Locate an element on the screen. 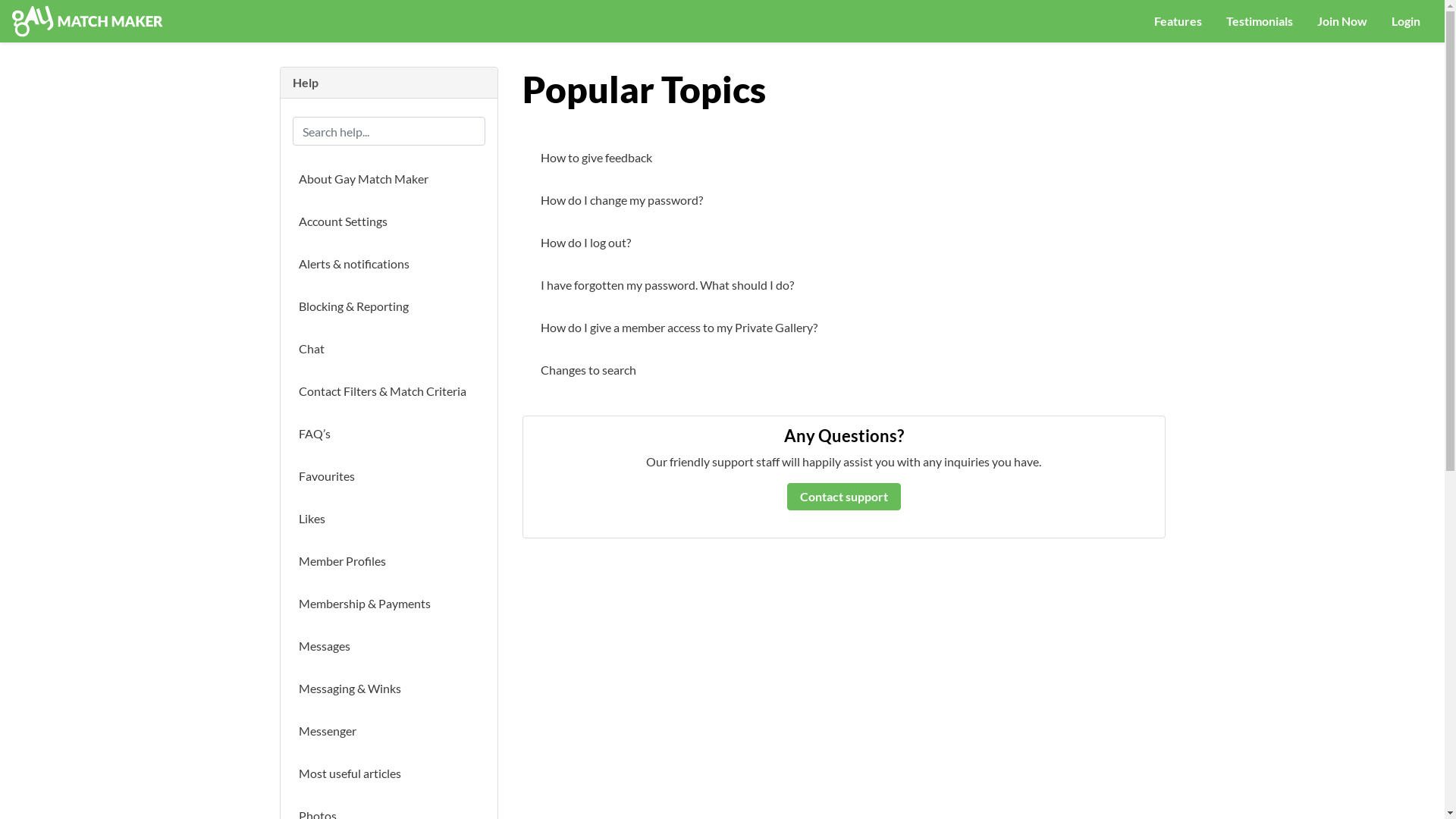 The height and width of the screenshot is (819, 1456). 'Membership & Payments' is located at coordinates (389, 602).